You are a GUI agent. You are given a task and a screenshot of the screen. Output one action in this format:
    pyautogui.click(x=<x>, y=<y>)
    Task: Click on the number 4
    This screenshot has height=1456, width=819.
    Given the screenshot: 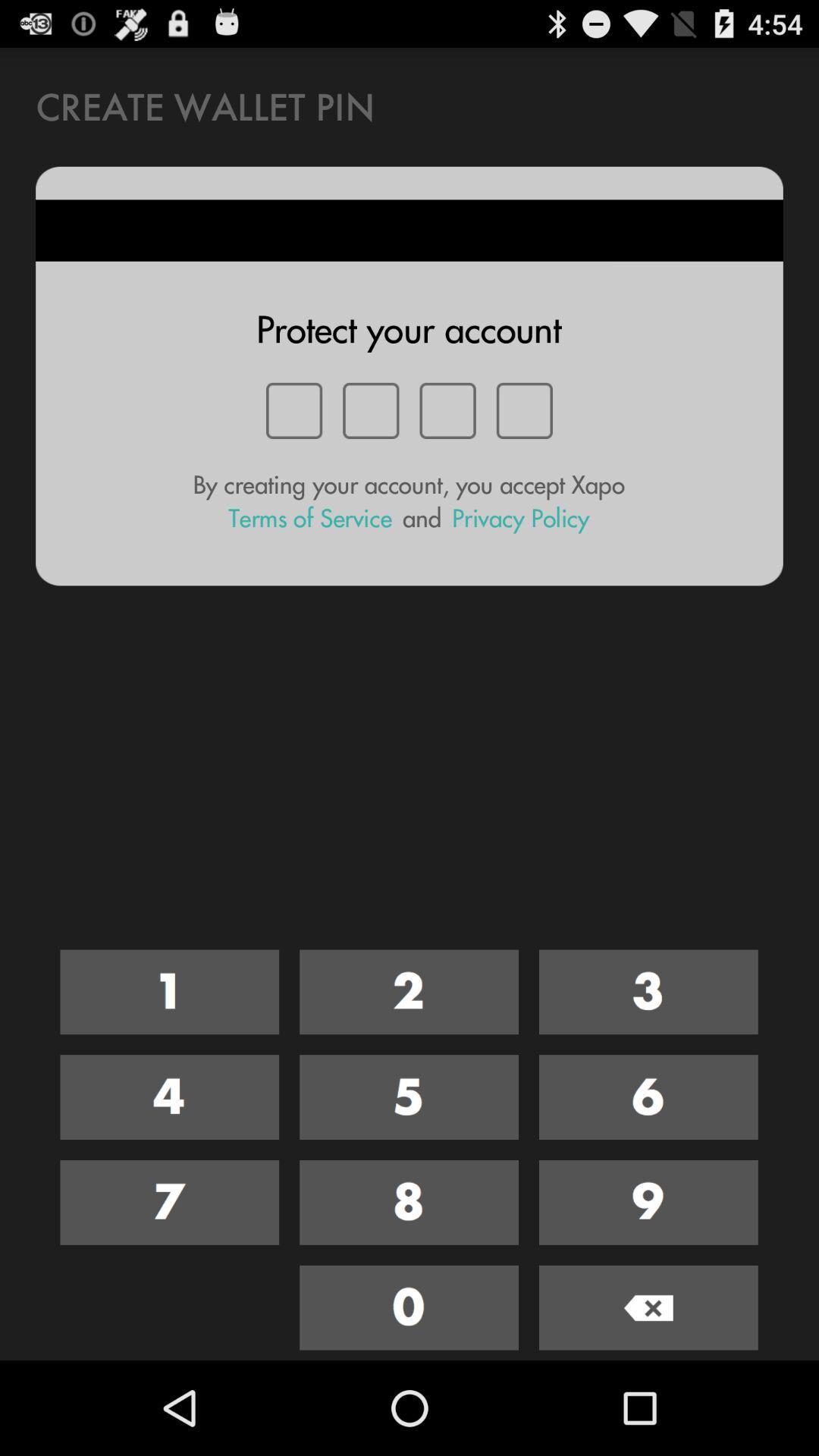 What is the action you would take?
    pyautogui.click(x=169, y=1097)
    